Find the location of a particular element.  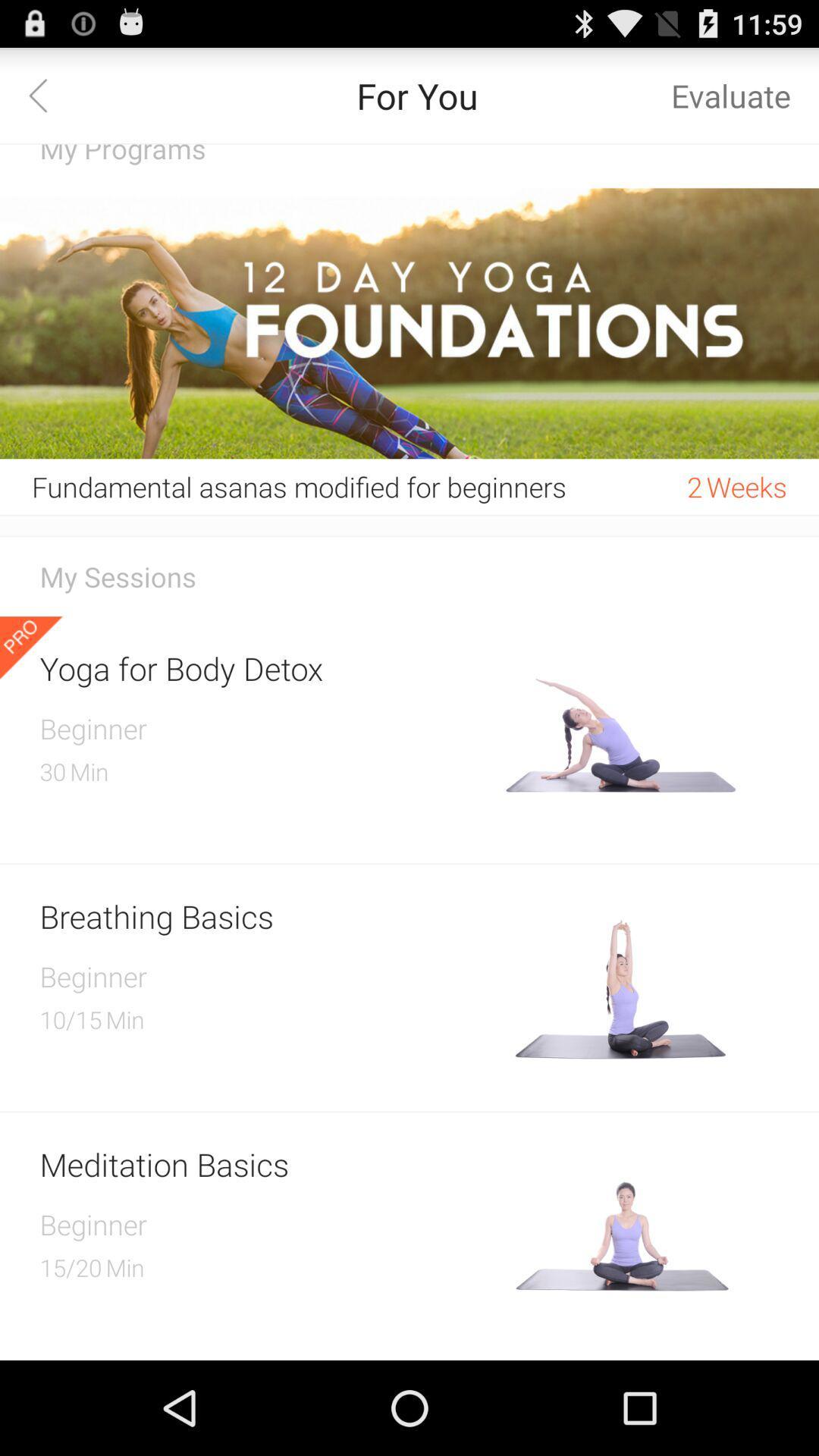

the meditation basics icon is located at coordinates (266, 1163).